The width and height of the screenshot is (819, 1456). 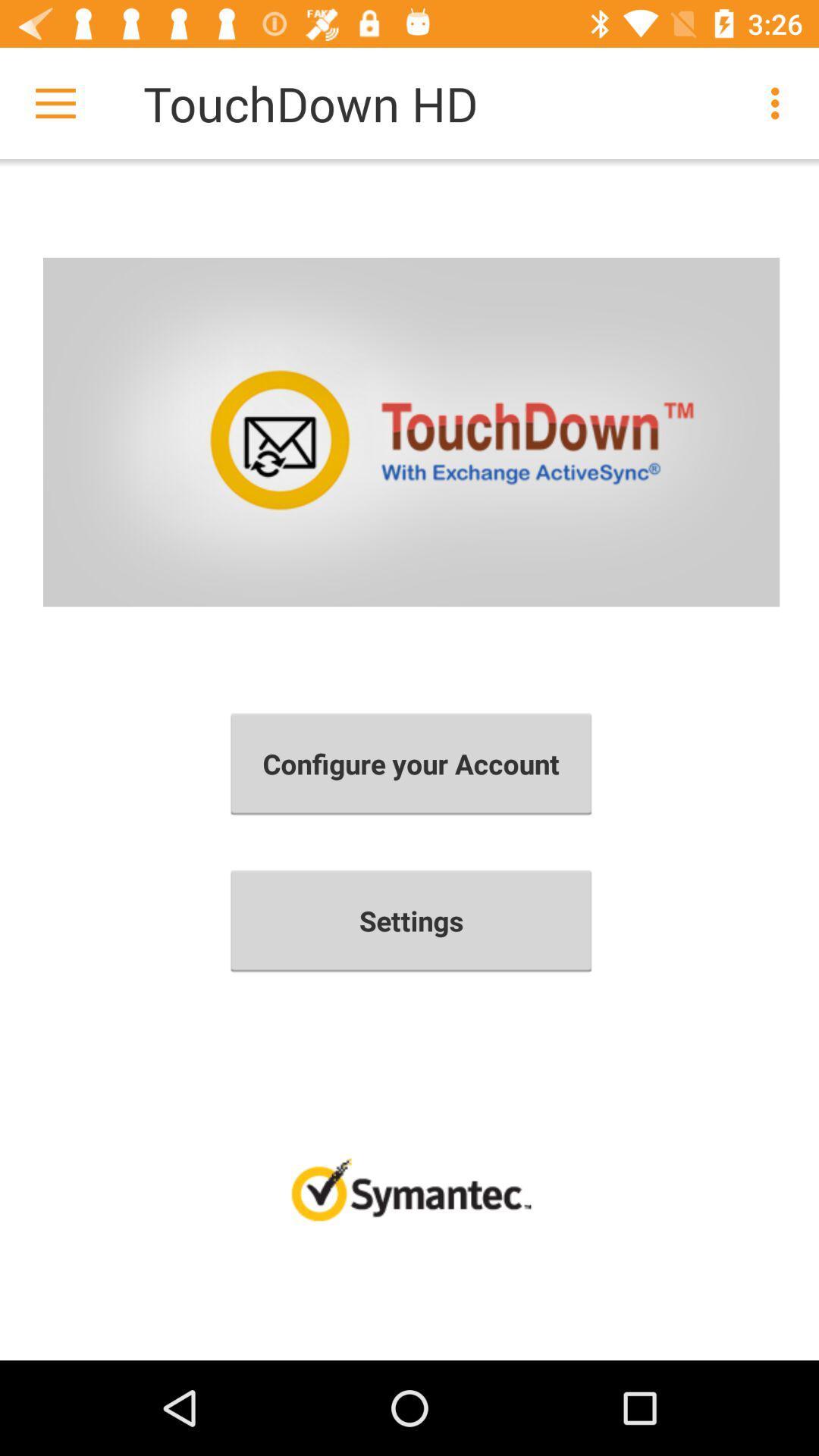 What do you see at coordinates (55, 102) in the screenshot?
I see `icon next to the touchdown hd item` at bounding box center [55, 102].